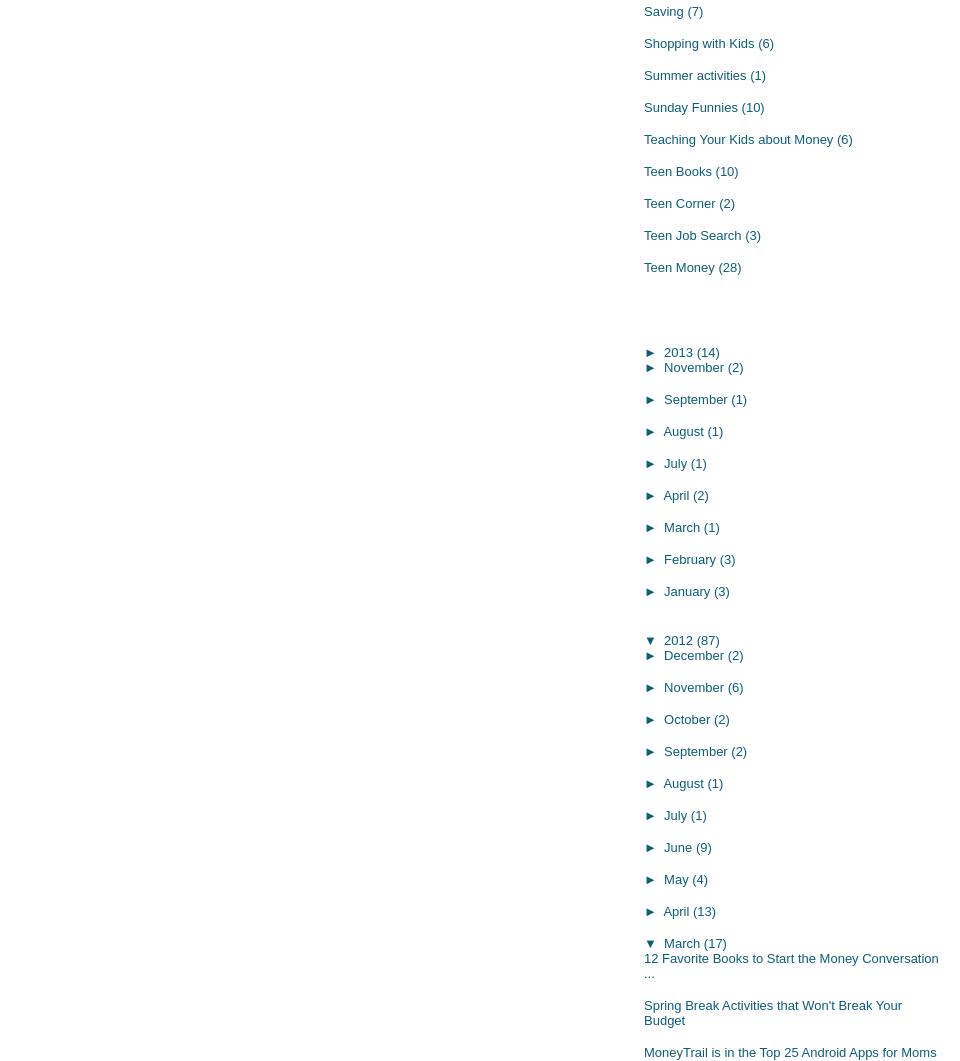  What do you see at coordinates (688, 718) in the screenshot?
I see `'October'` at bounding box center [688, 718].